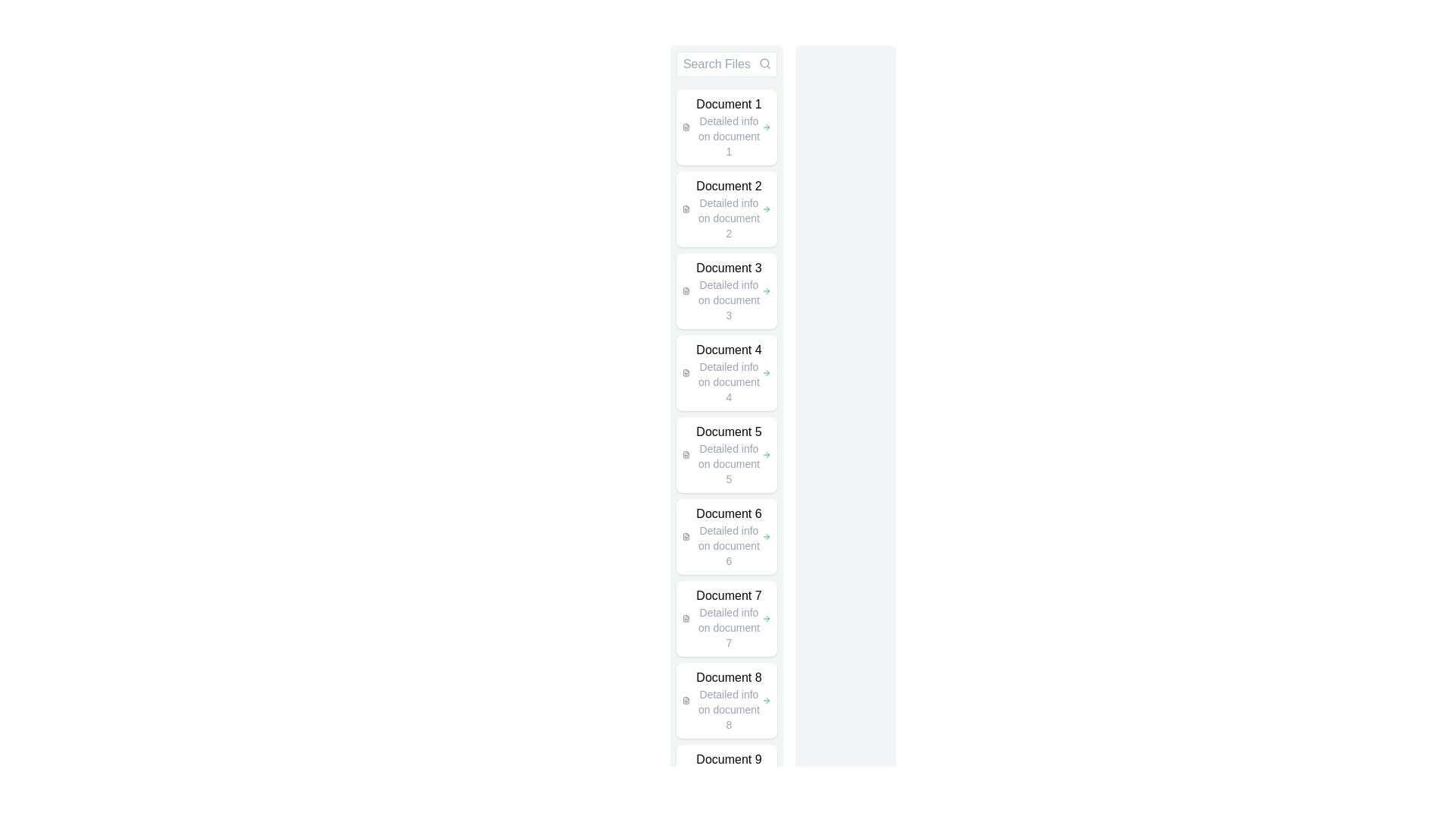  I want to click on the text label titled 'Document 7', so click(729, 595).